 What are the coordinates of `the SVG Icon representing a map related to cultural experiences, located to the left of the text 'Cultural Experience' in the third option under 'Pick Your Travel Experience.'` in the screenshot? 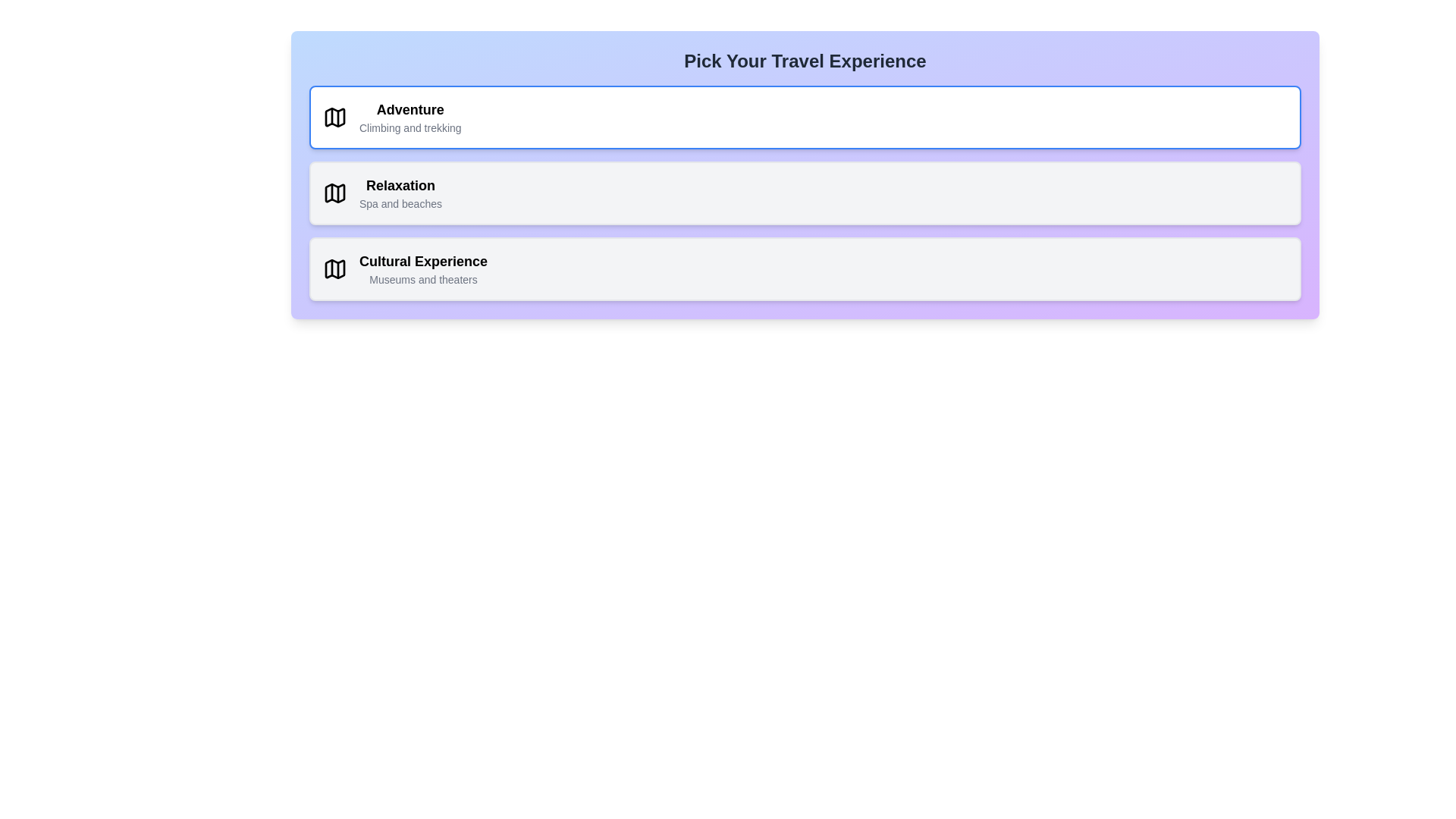 It's located at (334, 268).